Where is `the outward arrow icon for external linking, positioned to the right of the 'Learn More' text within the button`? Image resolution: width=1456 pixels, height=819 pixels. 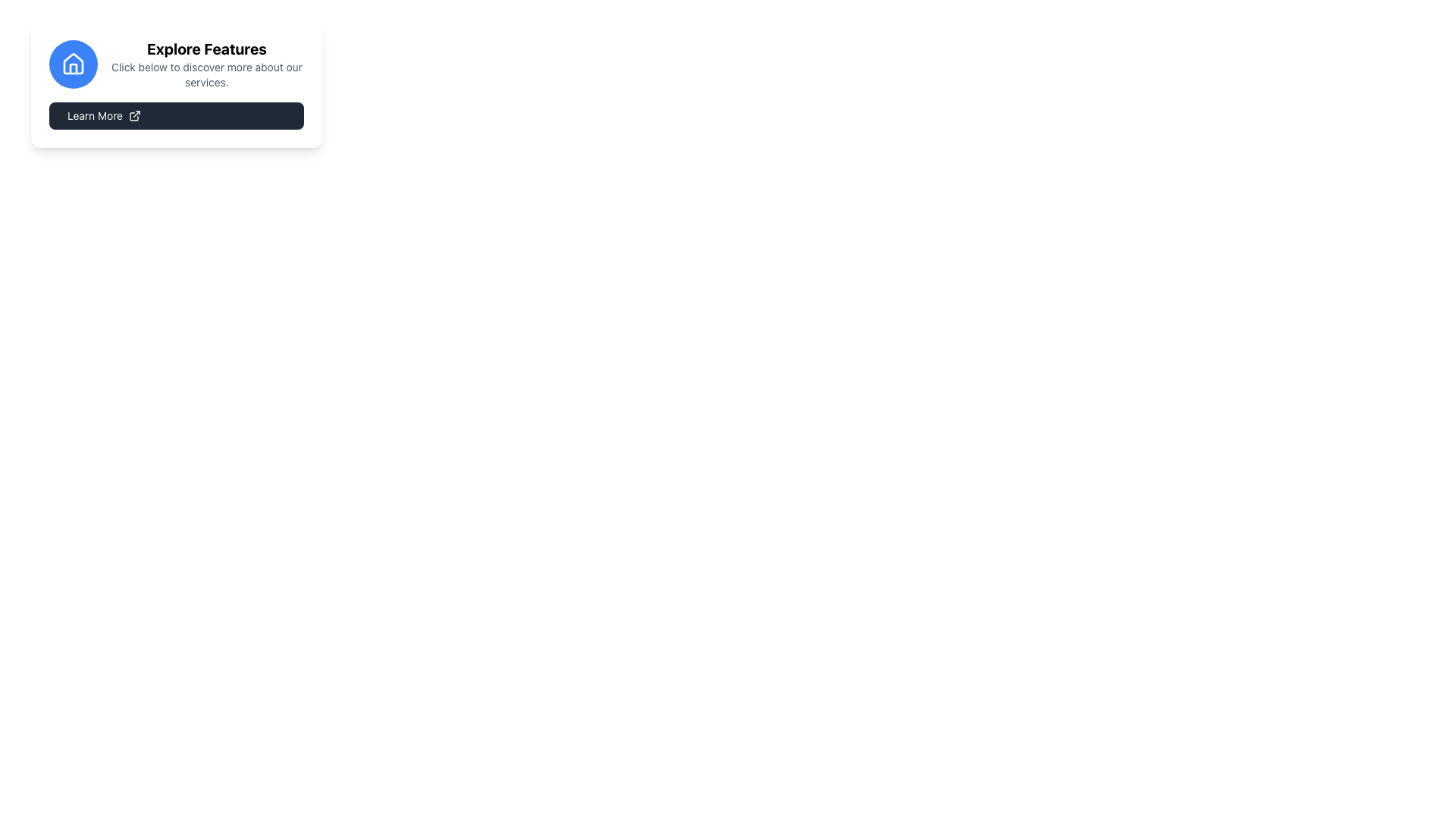 the outward arrow icon for external linking, positioned to the right of the 'Learn More' text within the button is located at coordinates (134, 115).